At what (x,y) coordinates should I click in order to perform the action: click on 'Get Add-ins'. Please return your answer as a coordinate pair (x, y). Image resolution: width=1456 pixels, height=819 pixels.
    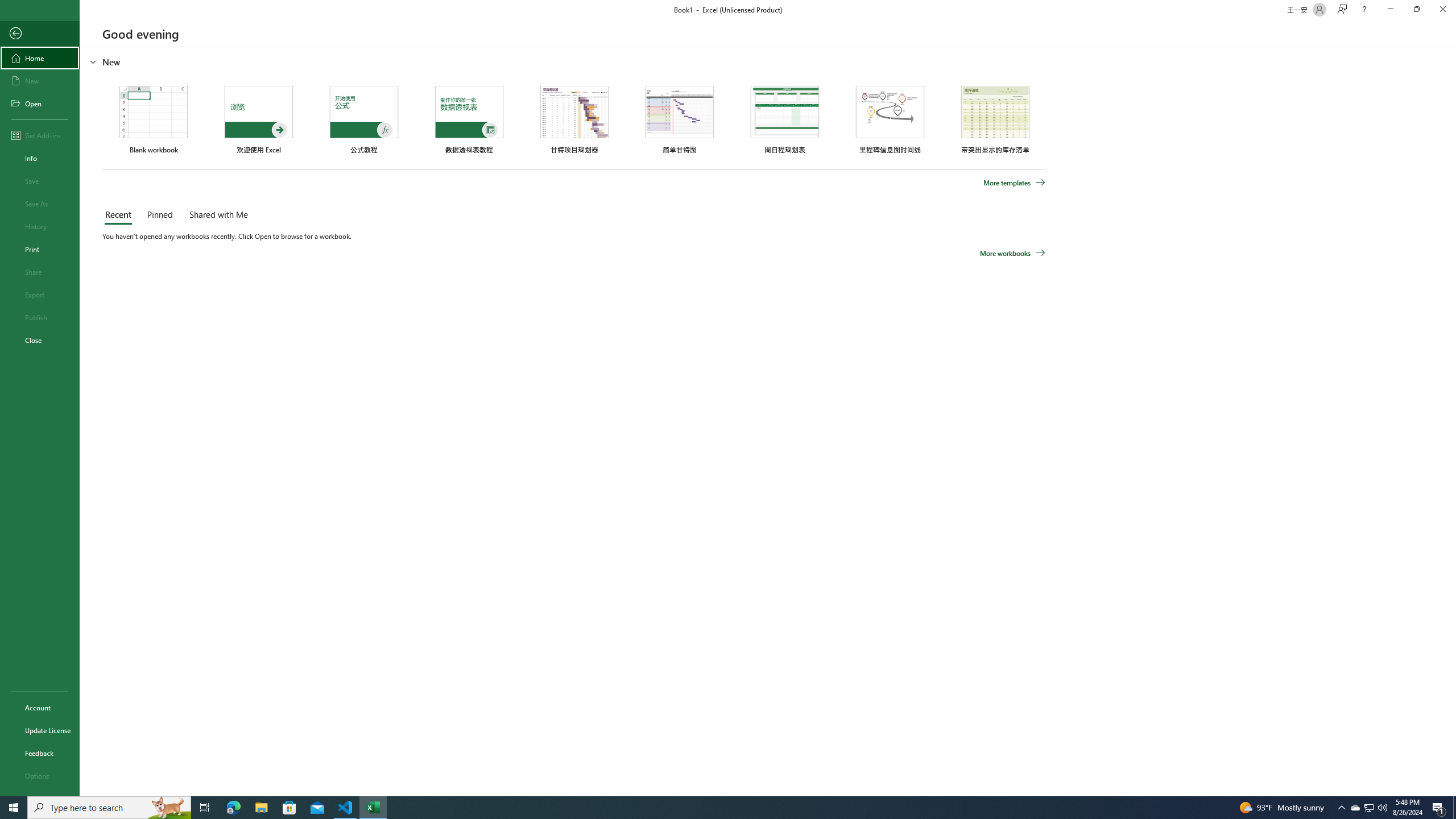
    Looking at the image, I should click on (39, 135).